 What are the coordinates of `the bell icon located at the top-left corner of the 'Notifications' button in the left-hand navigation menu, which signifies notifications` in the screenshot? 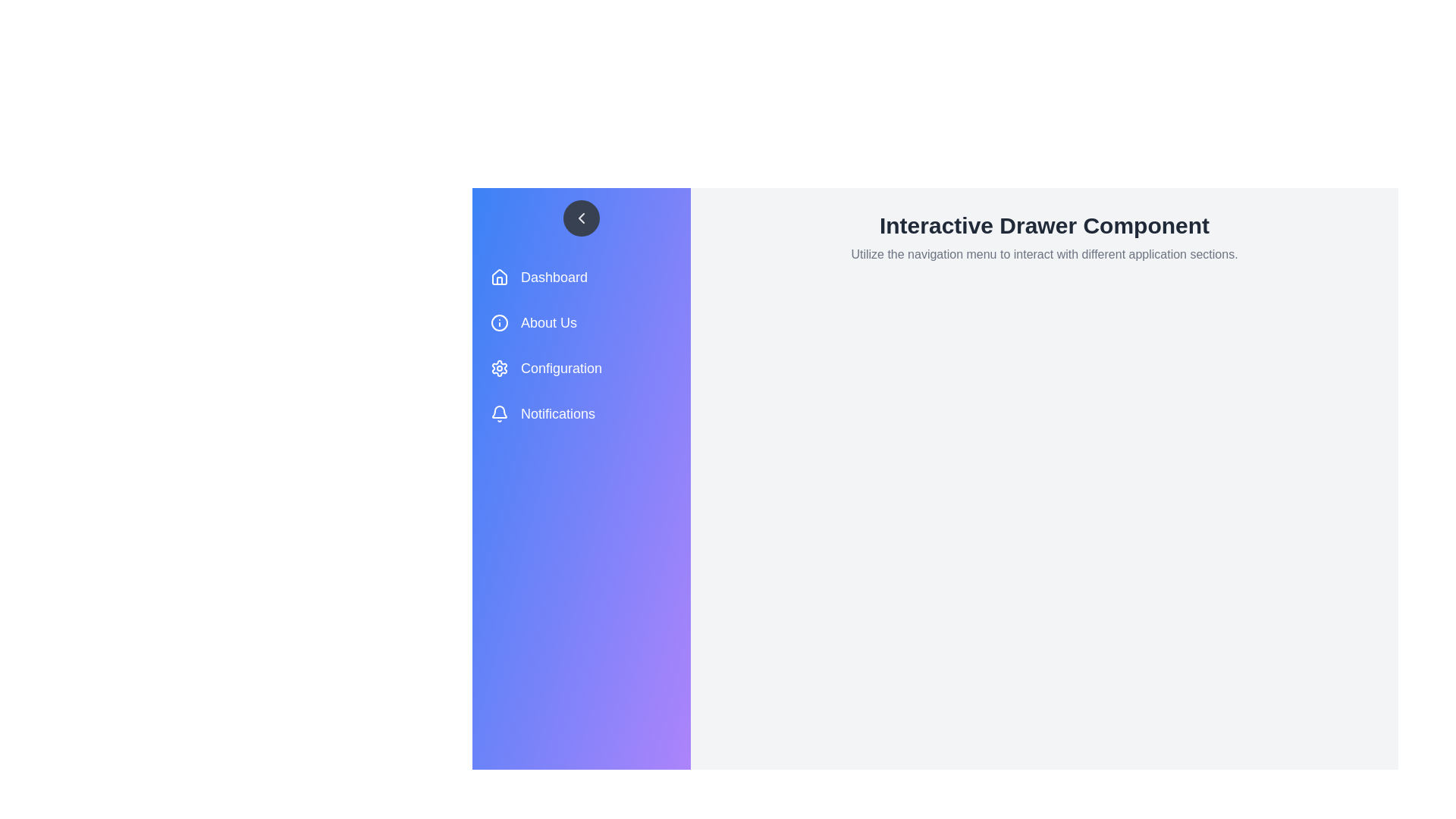 It's located at (499, 414).